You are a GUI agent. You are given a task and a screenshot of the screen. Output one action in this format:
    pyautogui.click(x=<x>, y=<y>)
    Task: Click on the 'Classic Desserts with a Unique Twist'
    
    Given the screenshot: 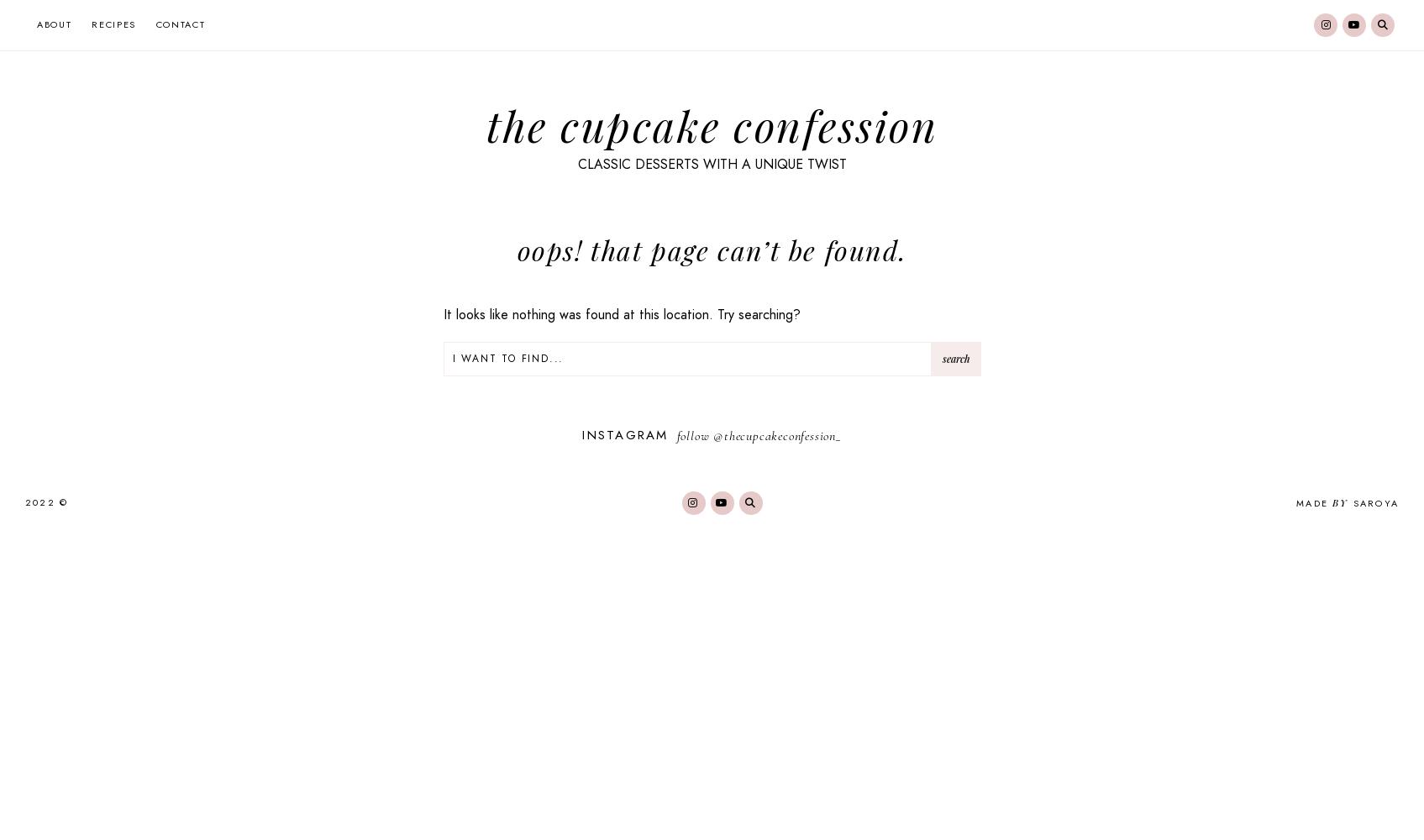 What is the action you would take?
    pyautogui.click(x=576, y=162)
    